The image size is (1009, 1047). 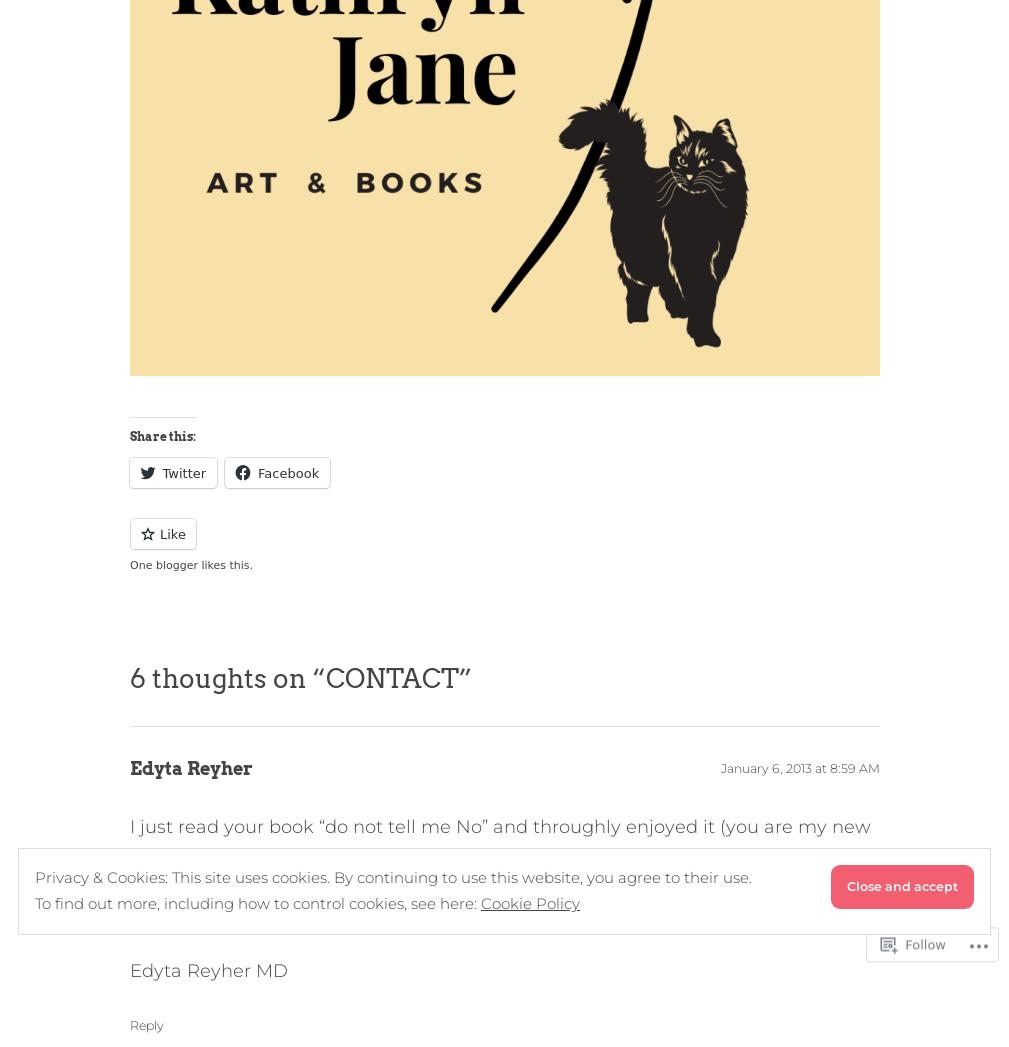 What do you see at coordinates (34, 875) in the screenshot?
I see `'Privacy & Cookies: This site uses cookies. By continuing to use this website, you agree to their use.'` at bounding box center [34, 875].